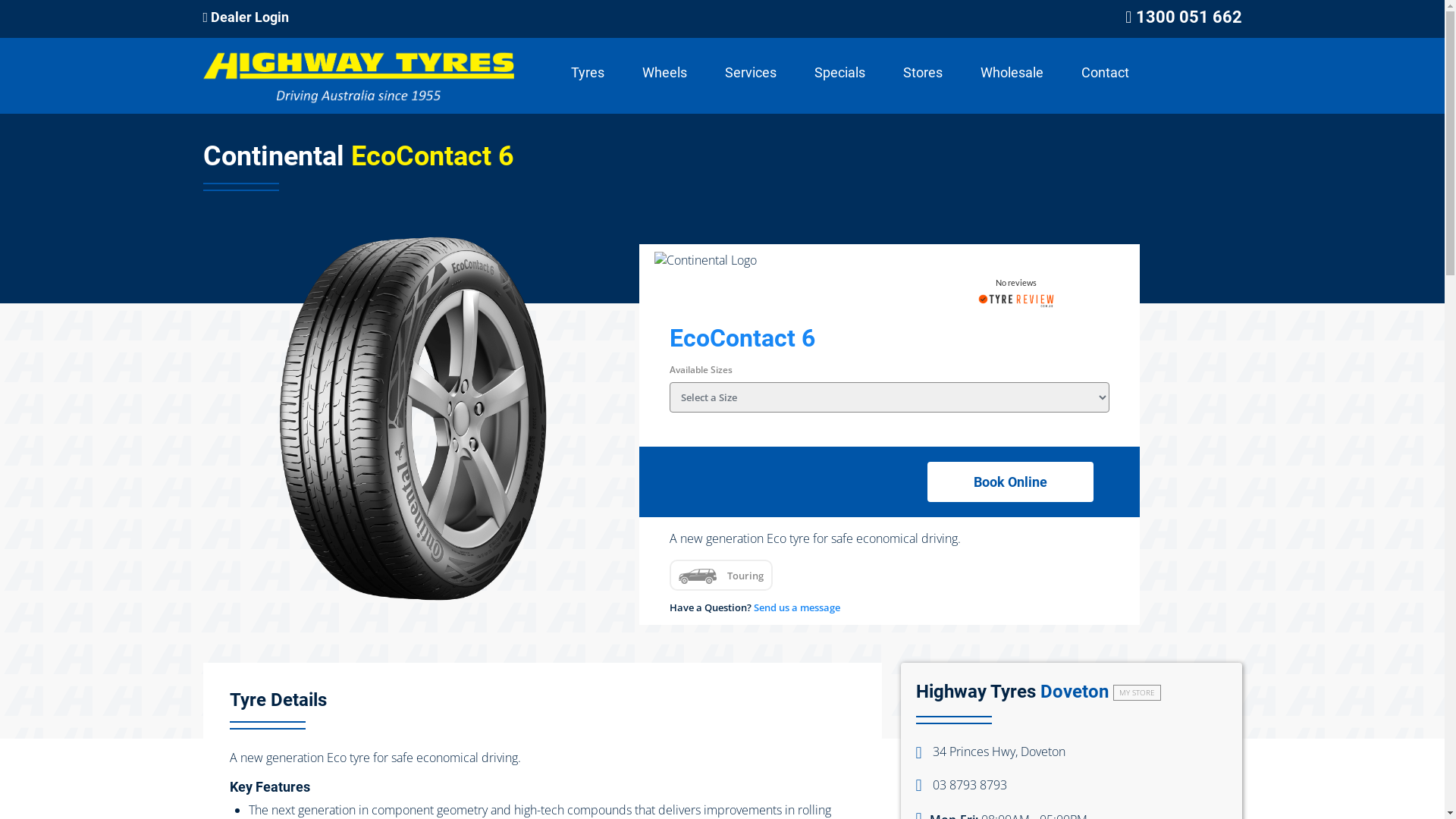  Describe the element at coordinates (202, 17) in the screenshot. I see `'Dealer Login'` at that location.